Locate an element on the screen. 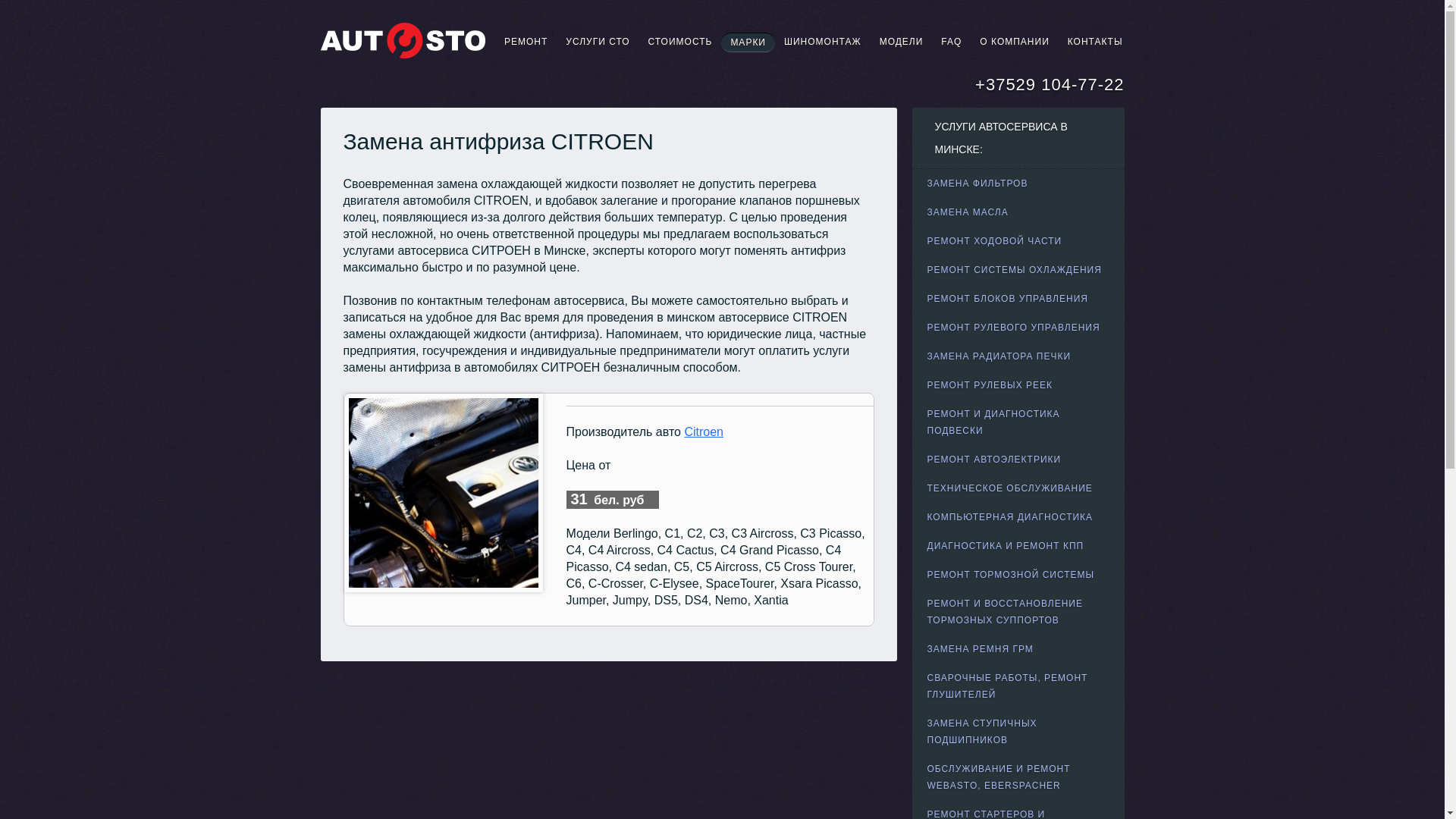 This screenshot has height=819, width=1456. 'Citroen' is located at coordinates (683, 431).